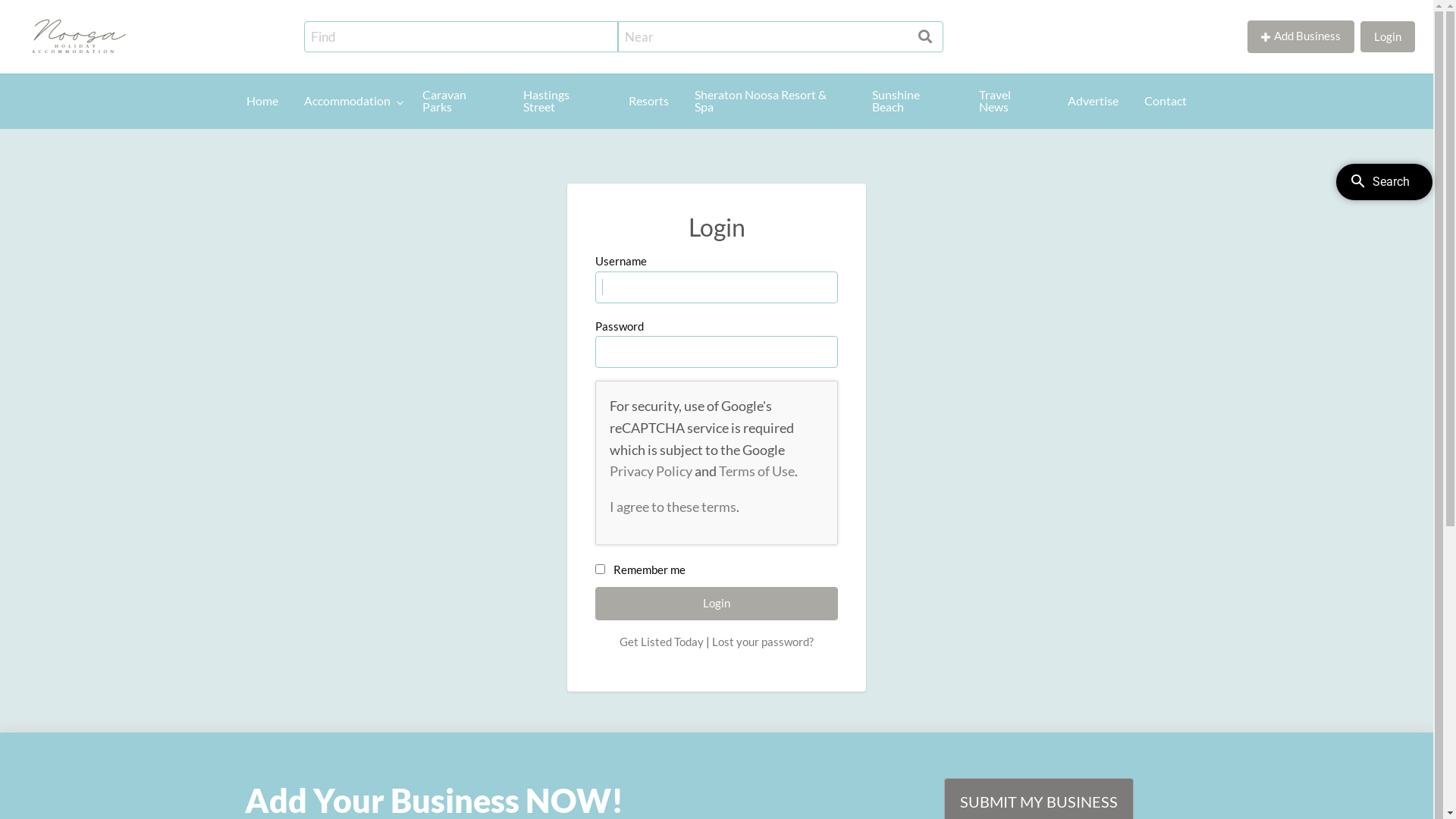  I want to click on 'Login', so click(1360, 36).